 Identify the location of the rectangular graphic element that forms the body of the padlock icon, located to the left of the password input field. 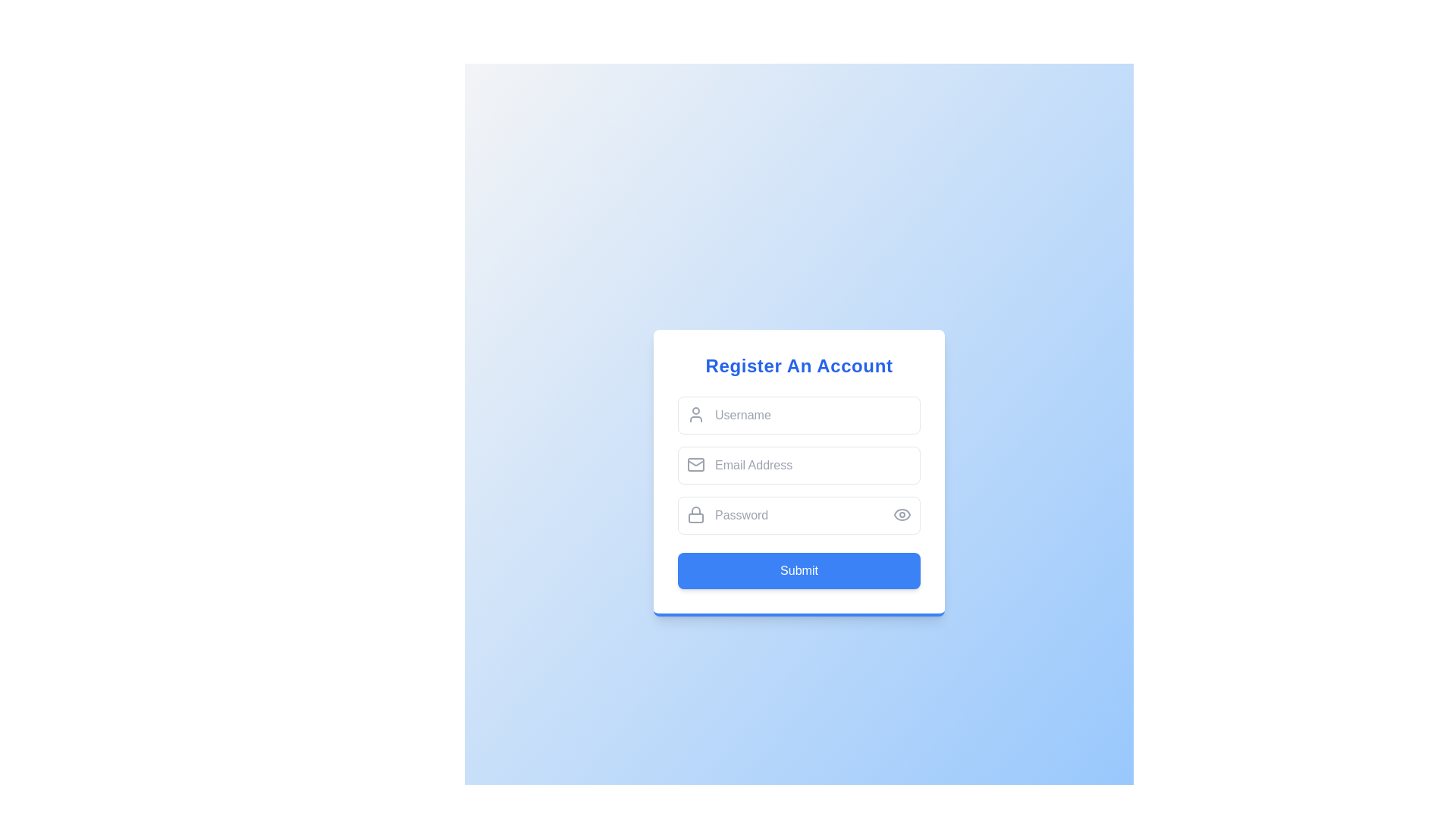
(695, 517).